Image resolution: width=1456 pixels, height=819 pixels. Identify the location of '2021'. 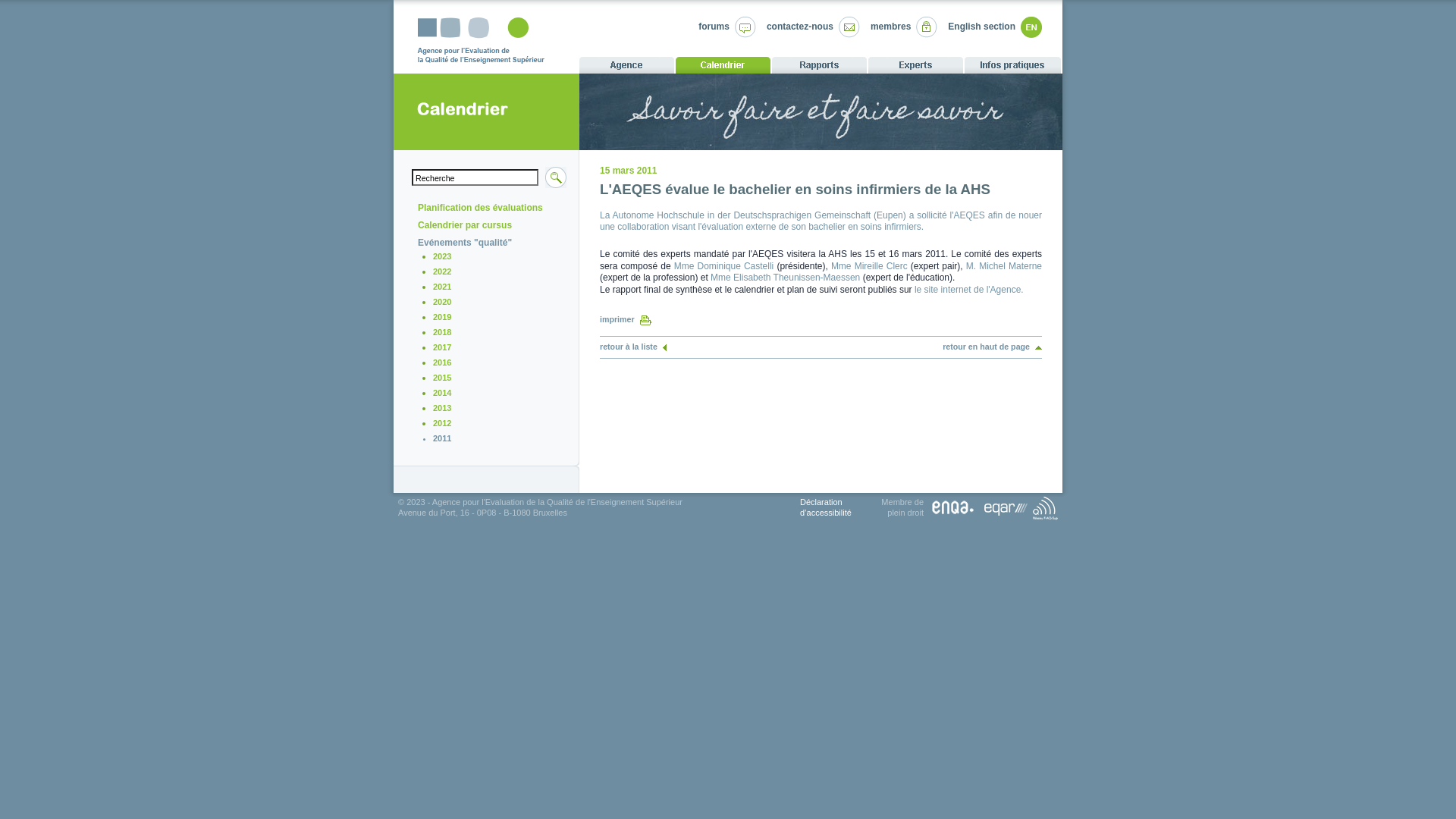
(441, 287).